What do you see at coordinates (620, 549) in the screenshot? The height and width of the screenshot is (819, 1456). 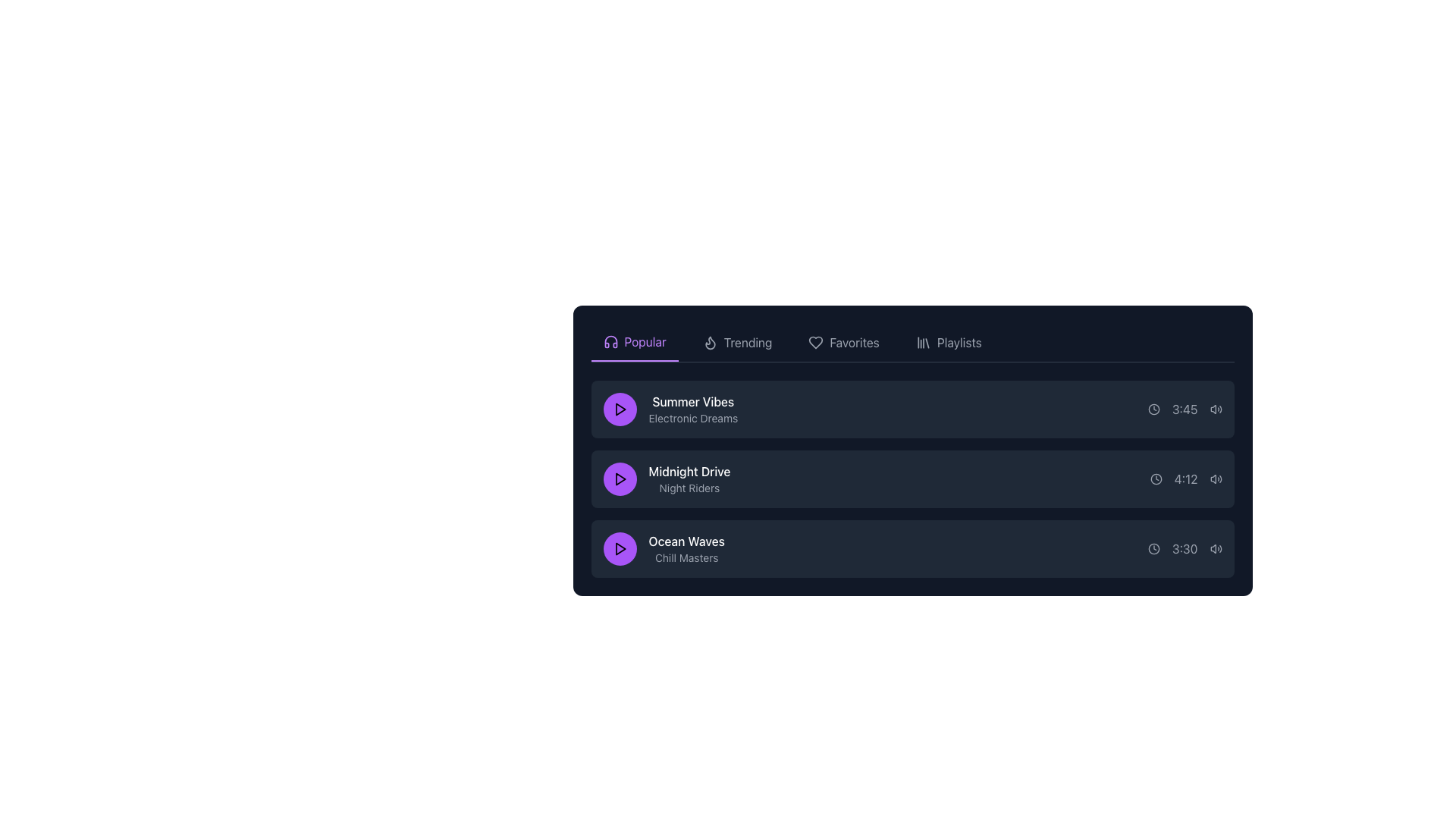 I see `the playback Button located on the left of the 'Ocean Waves' and 'Chill Masters' text elements in the third row of the 'Popular' tab interface` at bounding box center [620, 549].